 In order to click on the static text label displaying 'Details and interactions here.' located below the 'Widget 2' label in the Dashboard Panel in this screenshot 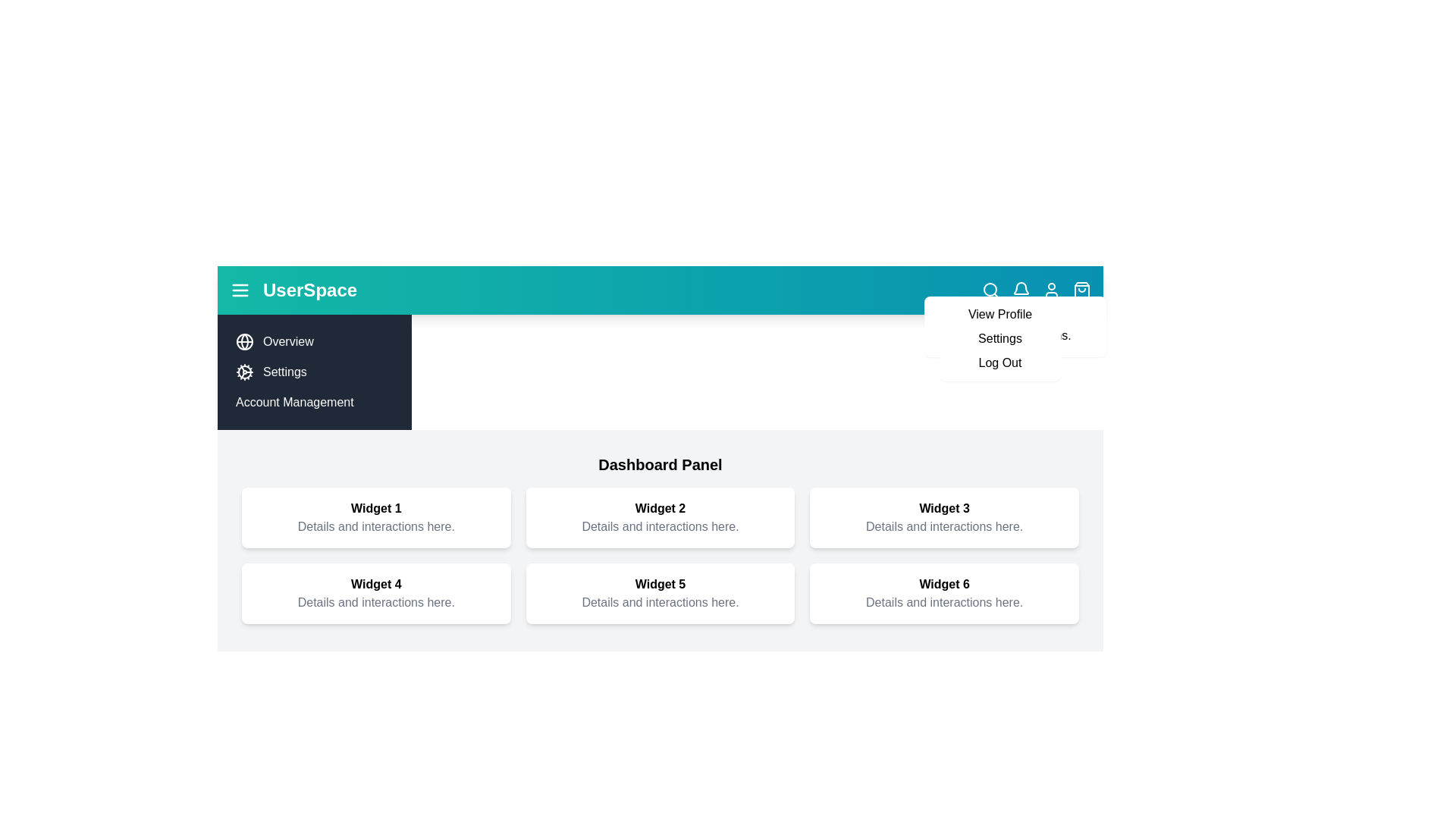, I will do `click(660, 526)`.